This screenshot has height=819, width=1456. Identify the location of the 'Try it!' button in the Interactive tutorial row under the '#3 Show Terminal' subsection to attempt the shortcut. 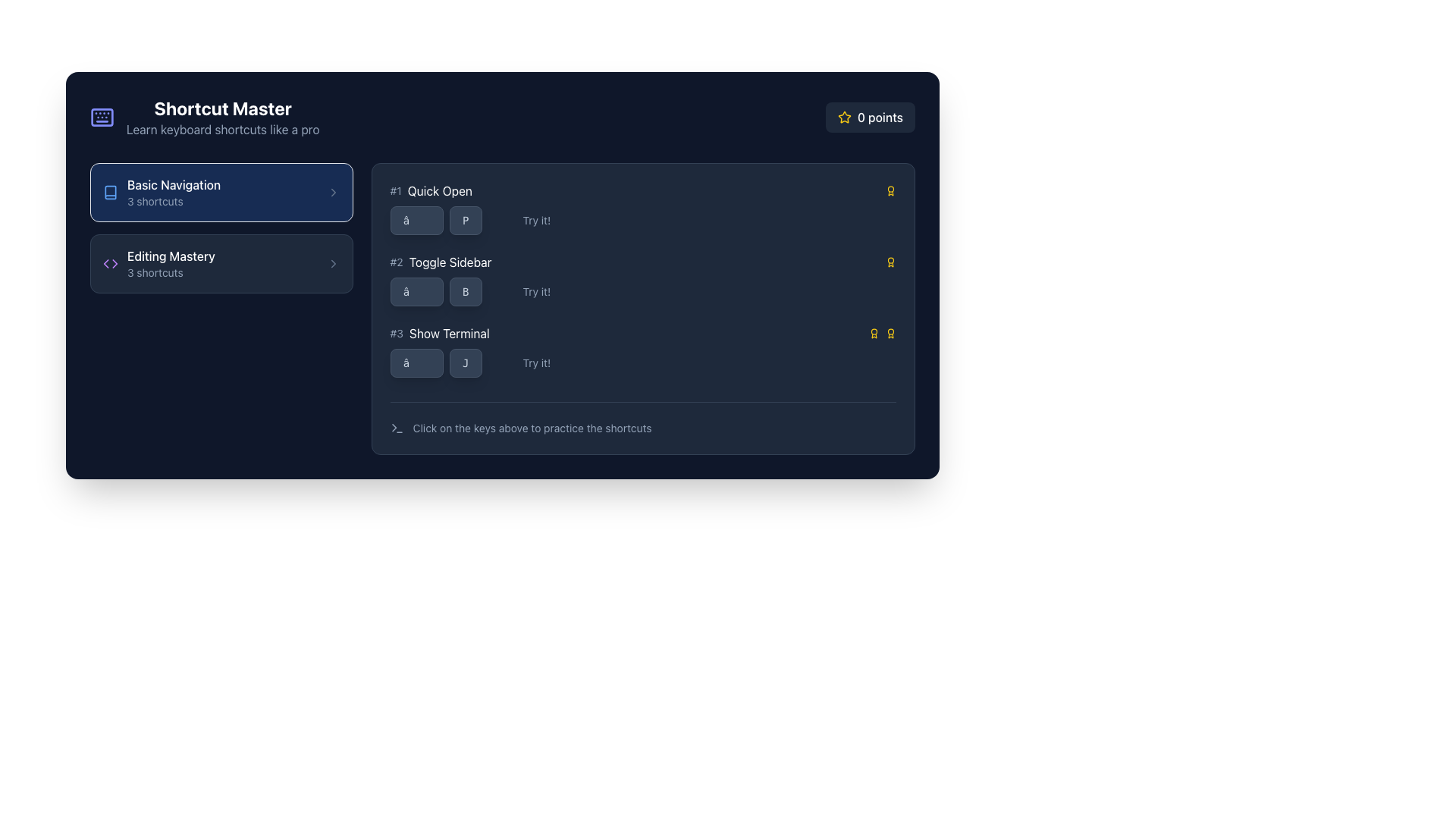
(643, 362).